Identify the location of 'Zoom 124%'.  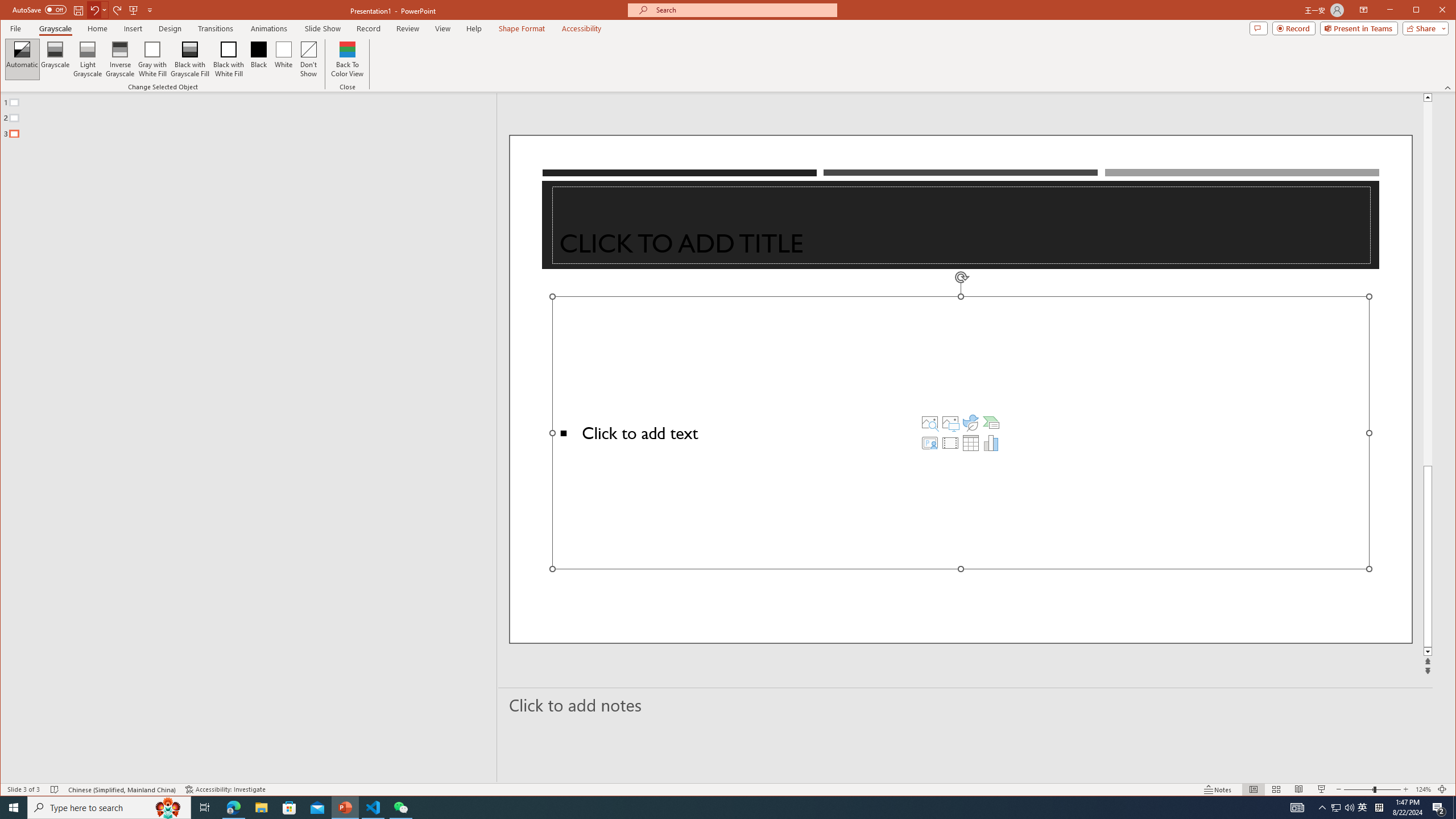
(1423, 789).